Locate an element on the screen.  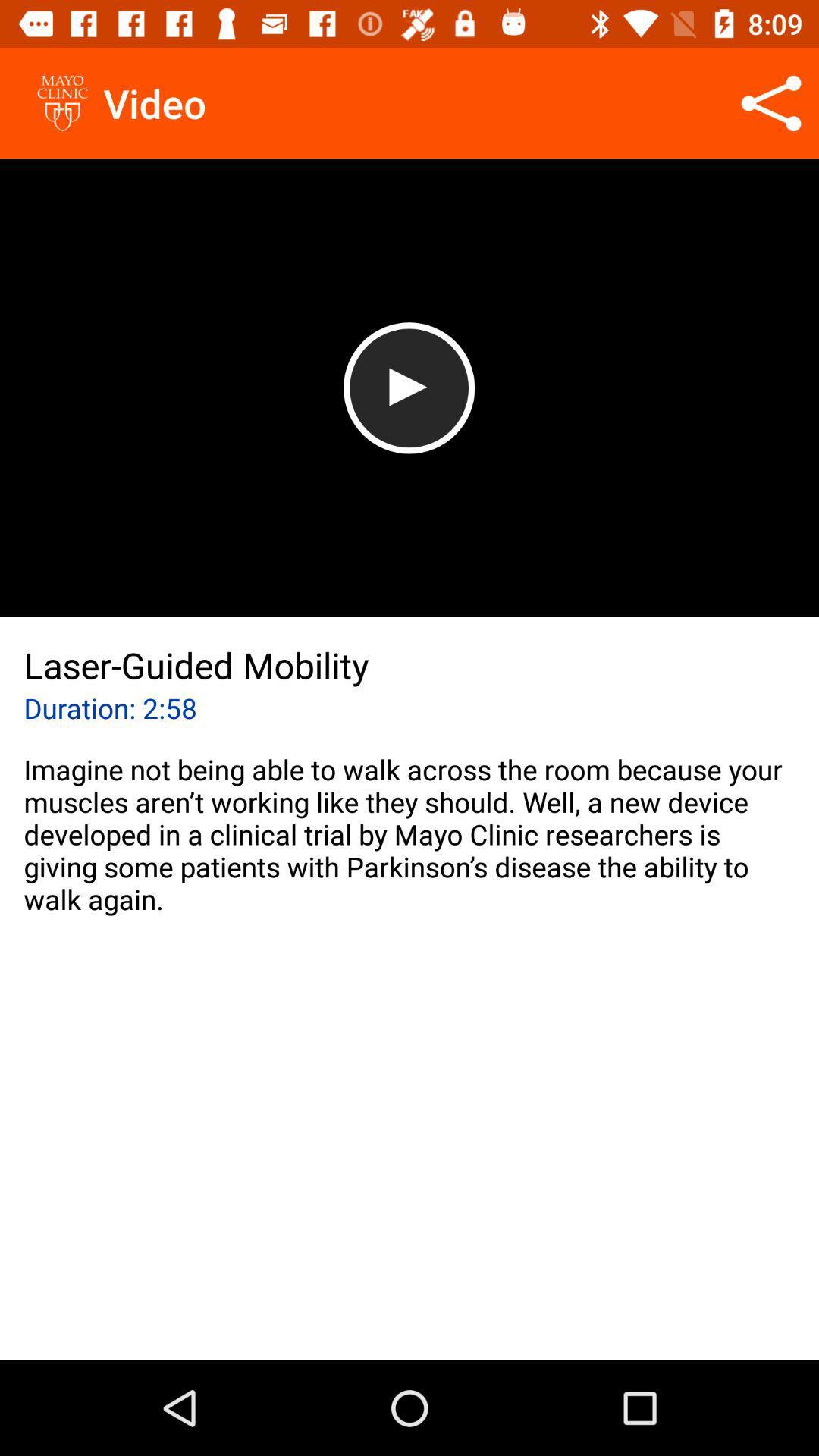
icon above the laser-guided mobility icon is located at coordinates (408, 388).